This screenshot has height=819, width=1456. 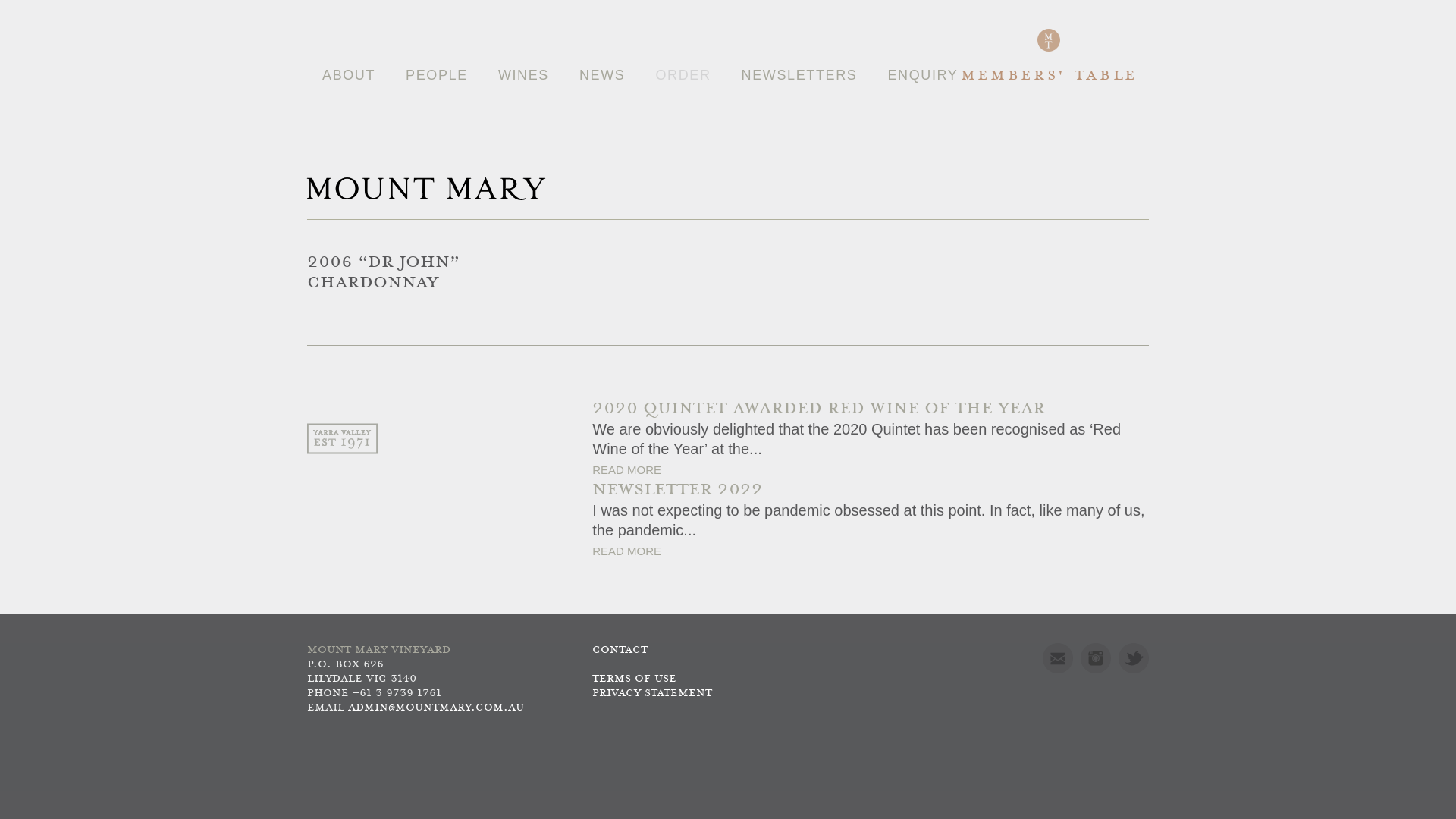 What do you see at coordinates (1133, 657) in the screenshot?
I see `'TWITTER'` at bounding box center [1133, 657].